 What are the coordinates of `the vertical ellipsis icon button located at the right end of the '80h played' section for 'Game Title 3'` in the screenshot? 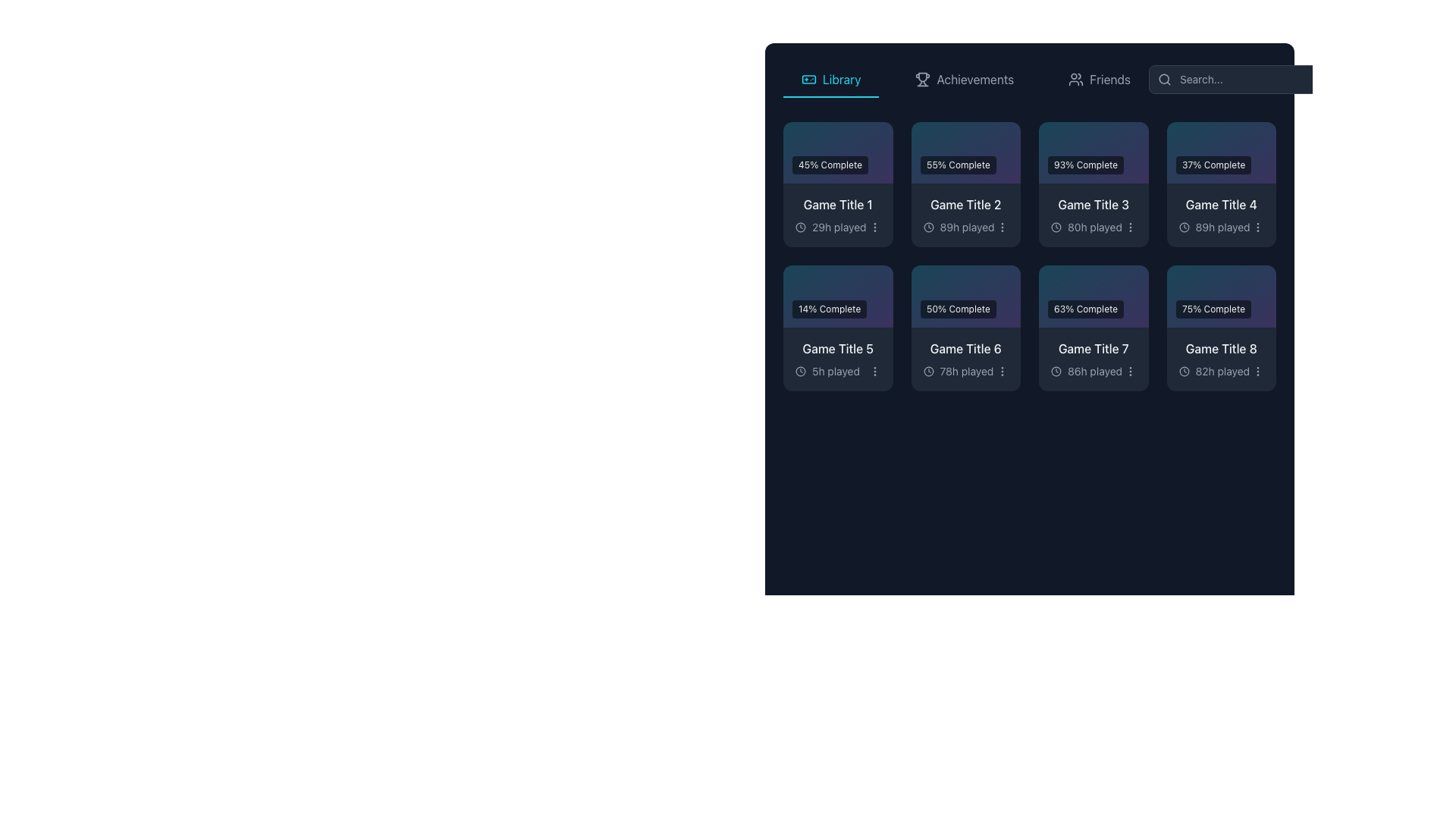 It's located at (1130, 227).